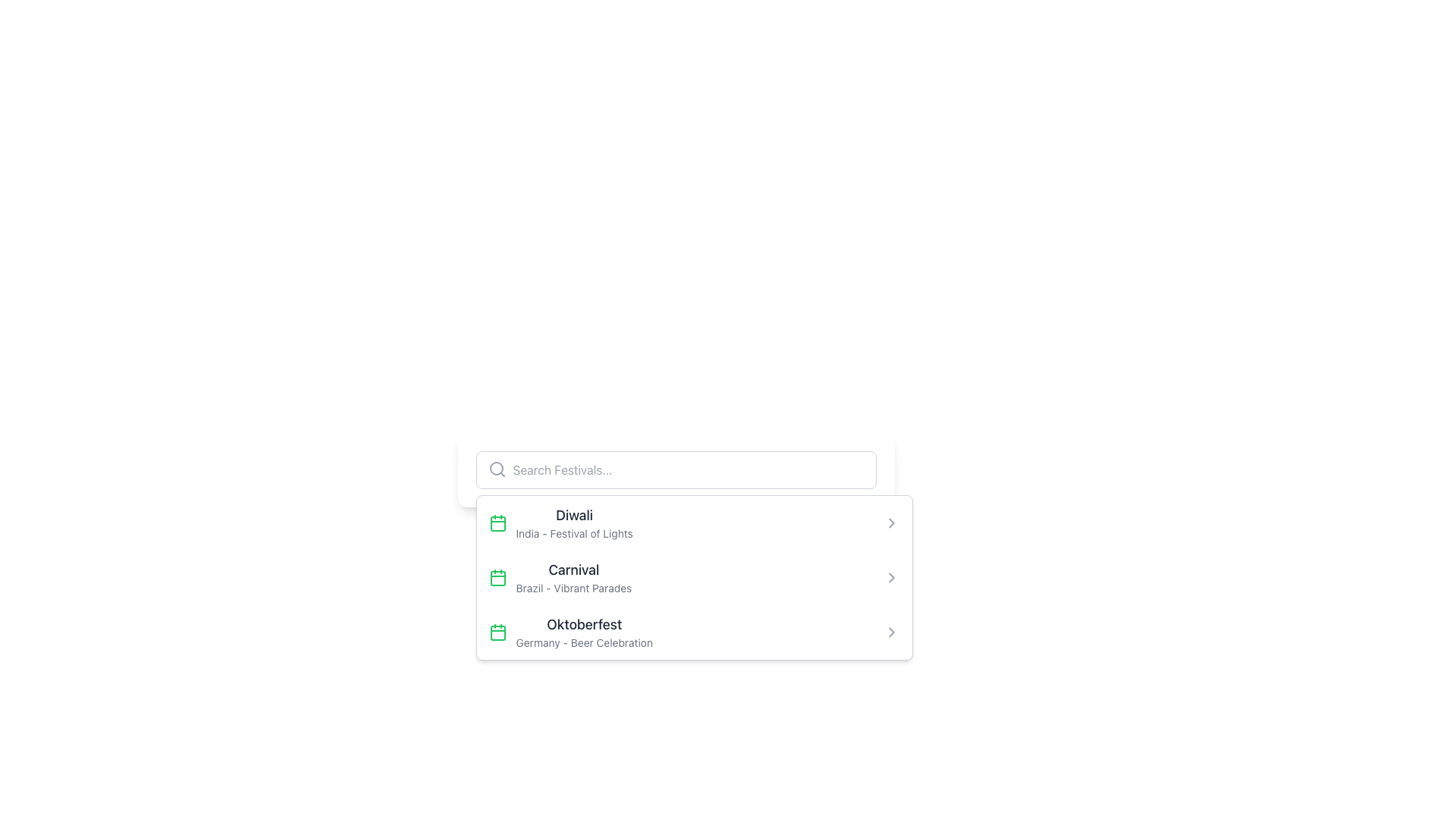  I want to click on the Oktoberfest entry, so click(570, 632).